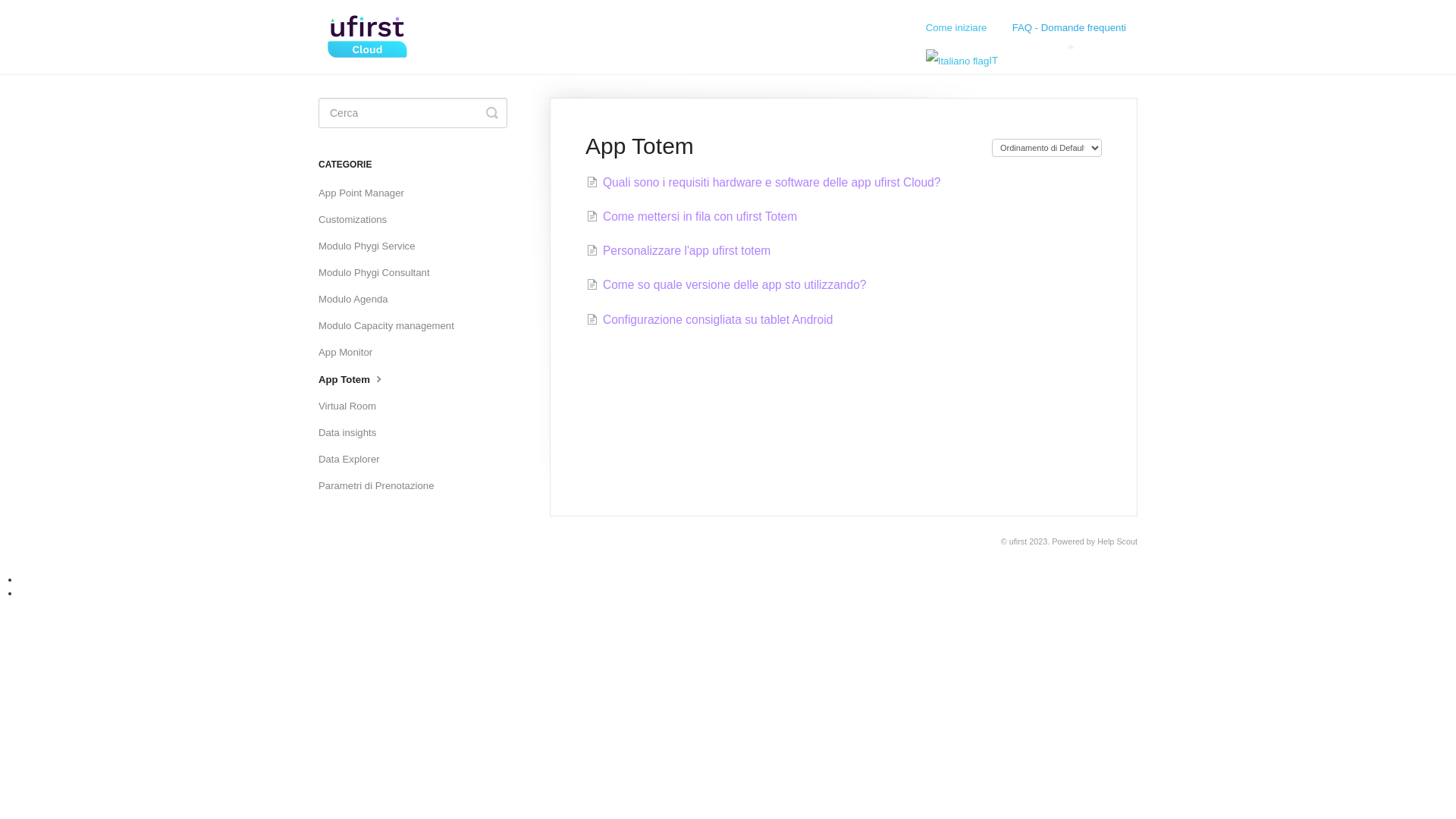  What do you see at coordinates (381, 485) in the screenshot?
I see `'Parametri di Prenotazione'` at bounding box center [381, 485].